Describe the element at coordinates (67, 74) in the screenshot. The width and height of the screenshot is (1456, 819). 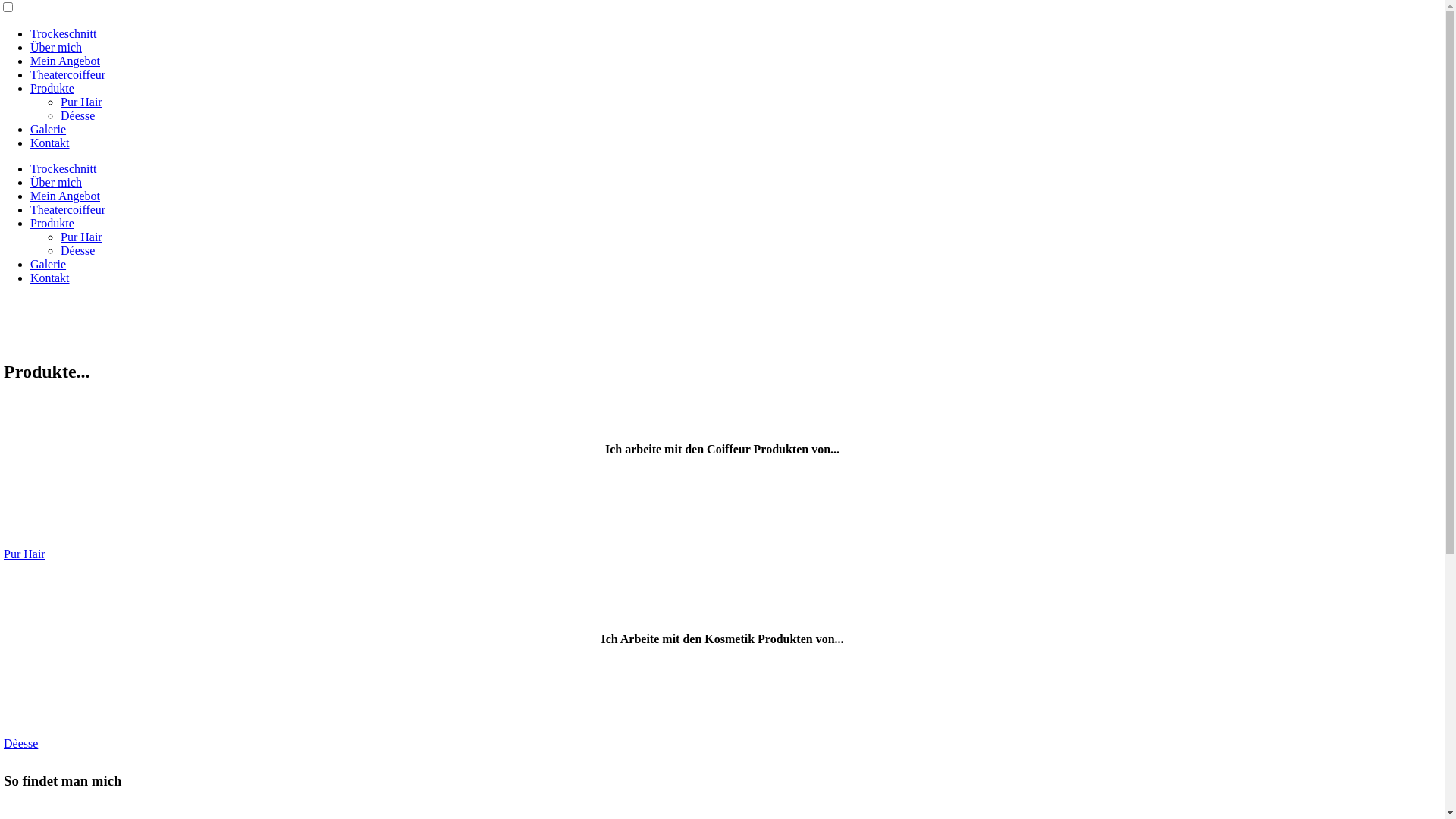
I see `'Theatercoiffeur'` at that location.